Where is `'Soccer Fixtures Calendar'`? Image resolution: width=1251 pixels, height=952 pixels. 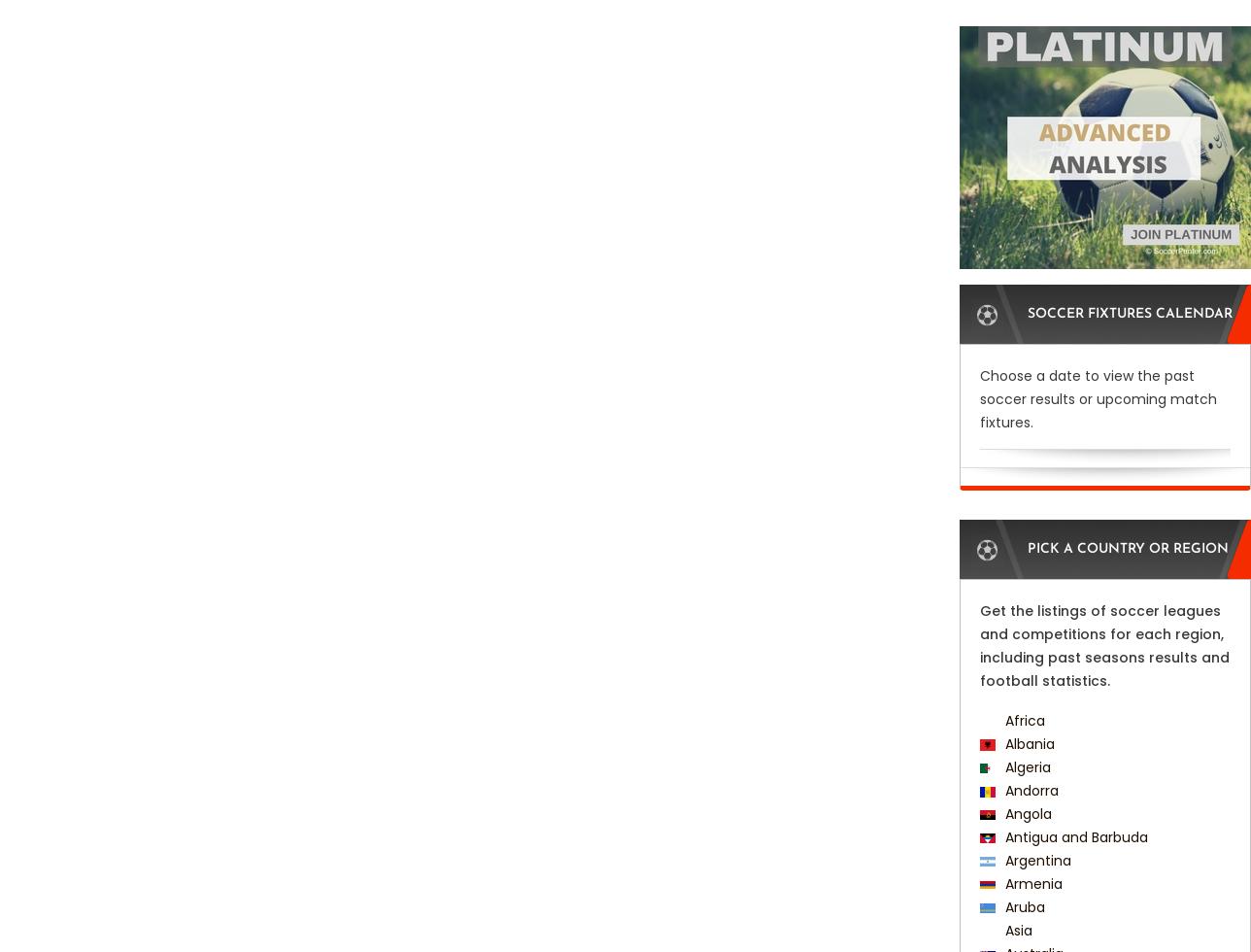 'Soccer Fixtures Calendar' is located at coordinates (1130, 314).